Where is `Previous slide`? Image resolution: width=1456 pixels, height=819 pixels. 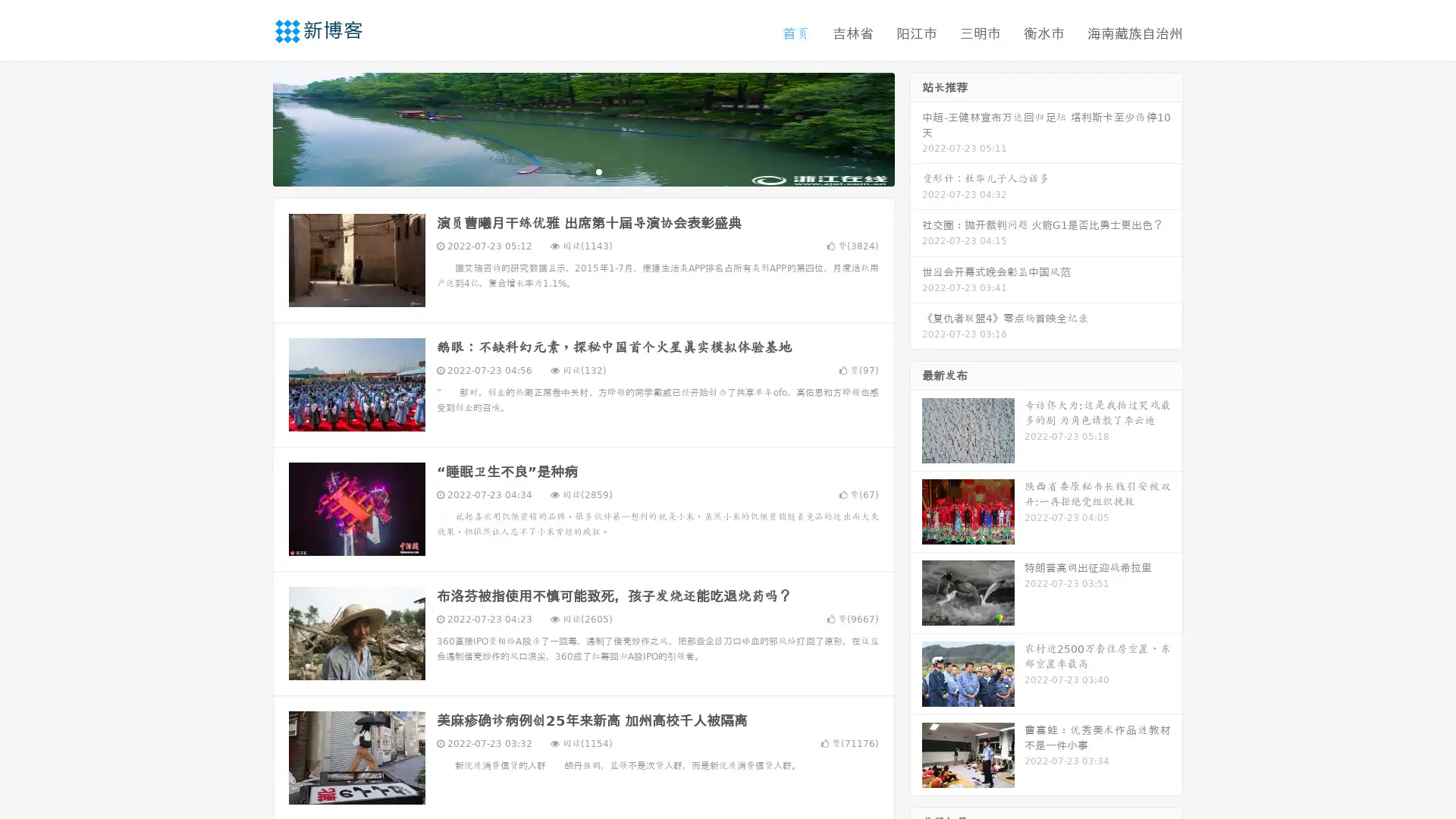 Previous slide is located at coordinates (250, 127).